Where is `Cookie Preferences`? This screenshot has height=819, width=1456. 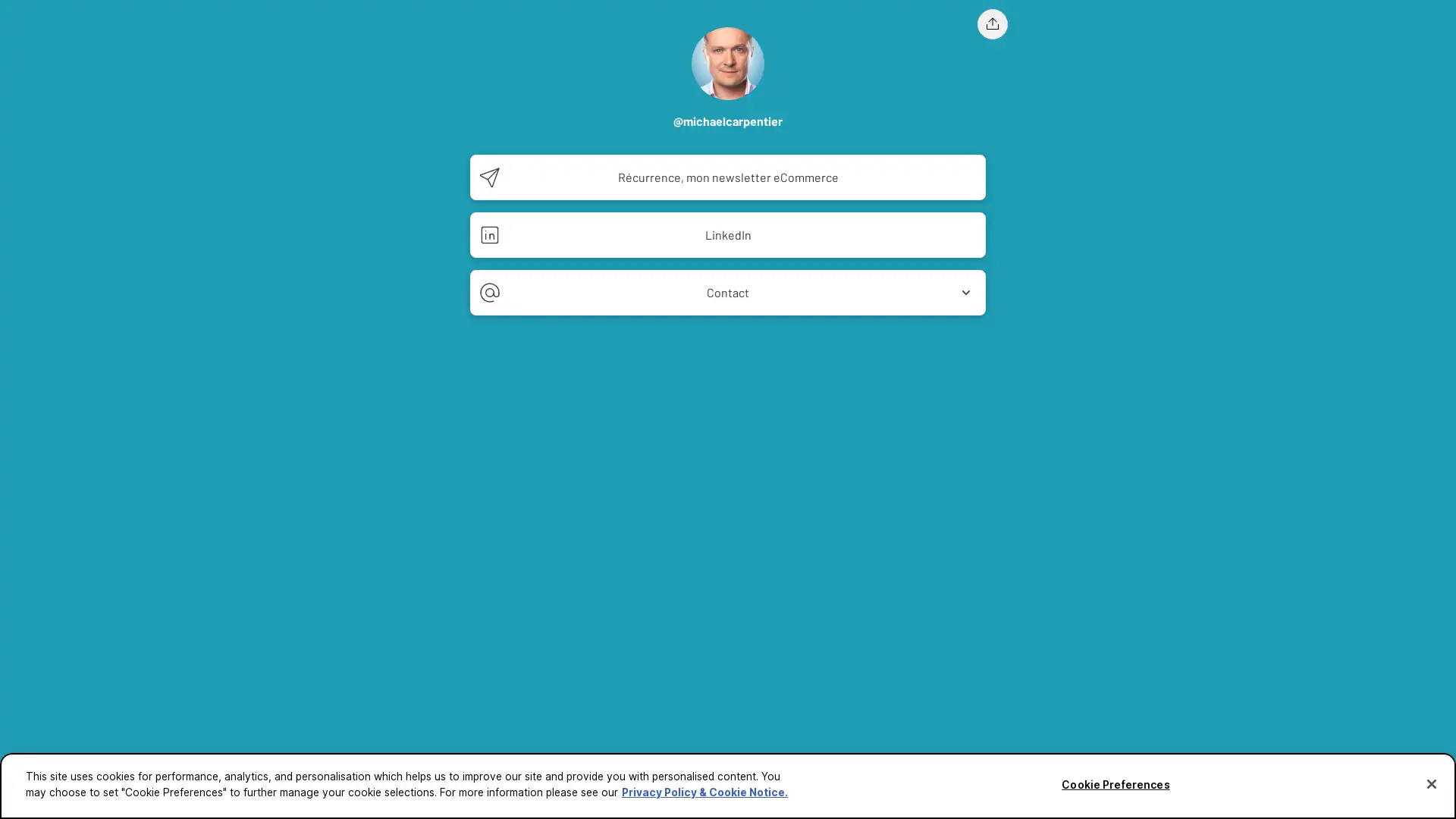
Cookie Preferences is located at coordinates (1115, 784).